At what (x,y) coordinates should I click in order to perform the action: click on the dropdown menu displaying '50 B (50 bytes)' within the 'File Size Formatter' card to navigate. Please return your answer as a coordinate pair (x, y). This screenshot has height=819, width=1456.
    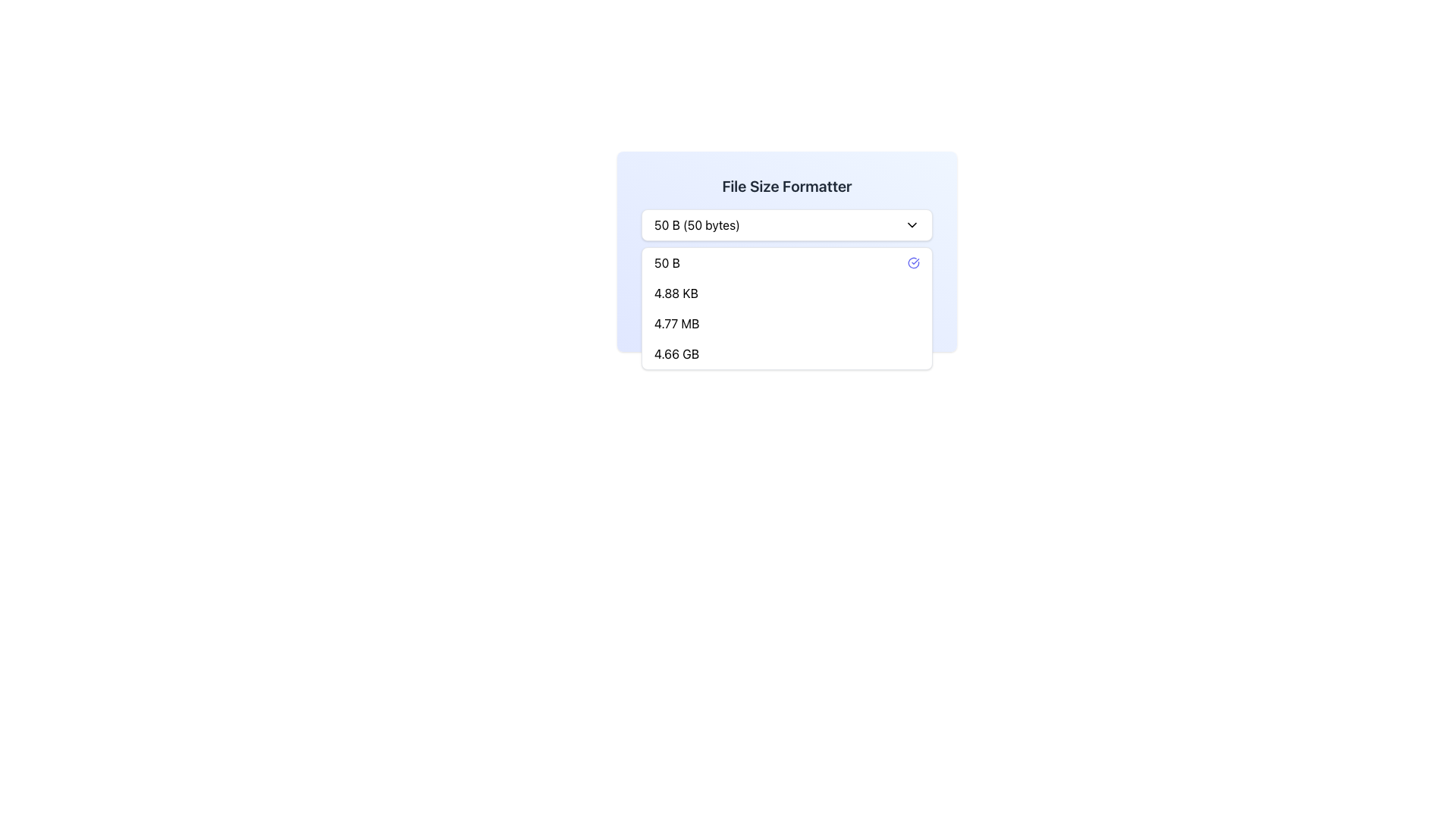
    Looking at the image, I should click on (786, 225).